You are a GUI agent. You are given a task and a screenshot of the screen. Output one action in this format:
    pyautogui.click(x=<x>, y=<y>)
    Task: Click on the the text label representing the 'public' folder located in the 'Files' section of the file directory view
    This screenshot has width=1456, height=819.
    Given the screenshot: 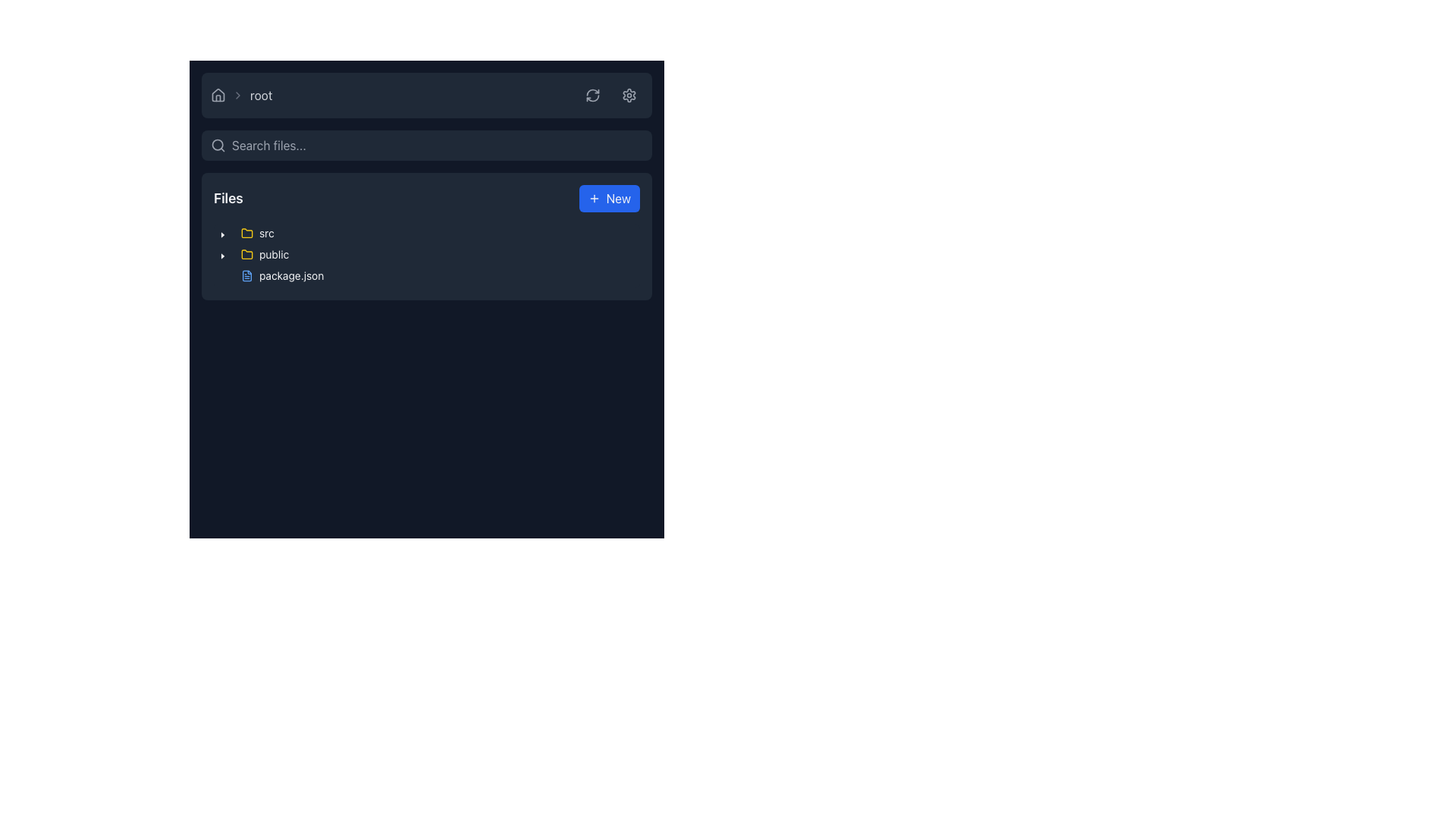 What is the action you would take?
    pyautogui.click(x=274, y=253)
    